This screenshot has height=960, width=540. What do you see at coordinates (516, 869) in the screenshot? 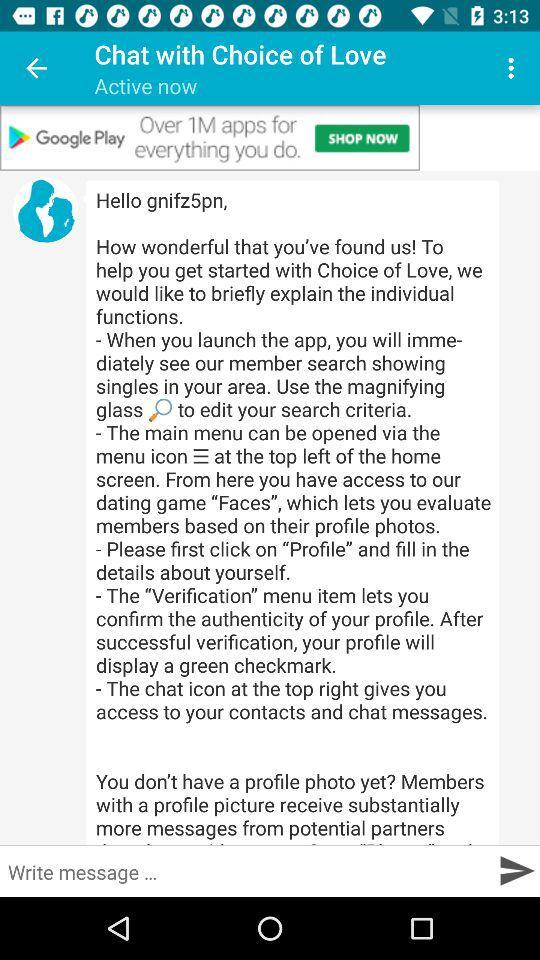
I see `go next` at bounding box center [516, 869].